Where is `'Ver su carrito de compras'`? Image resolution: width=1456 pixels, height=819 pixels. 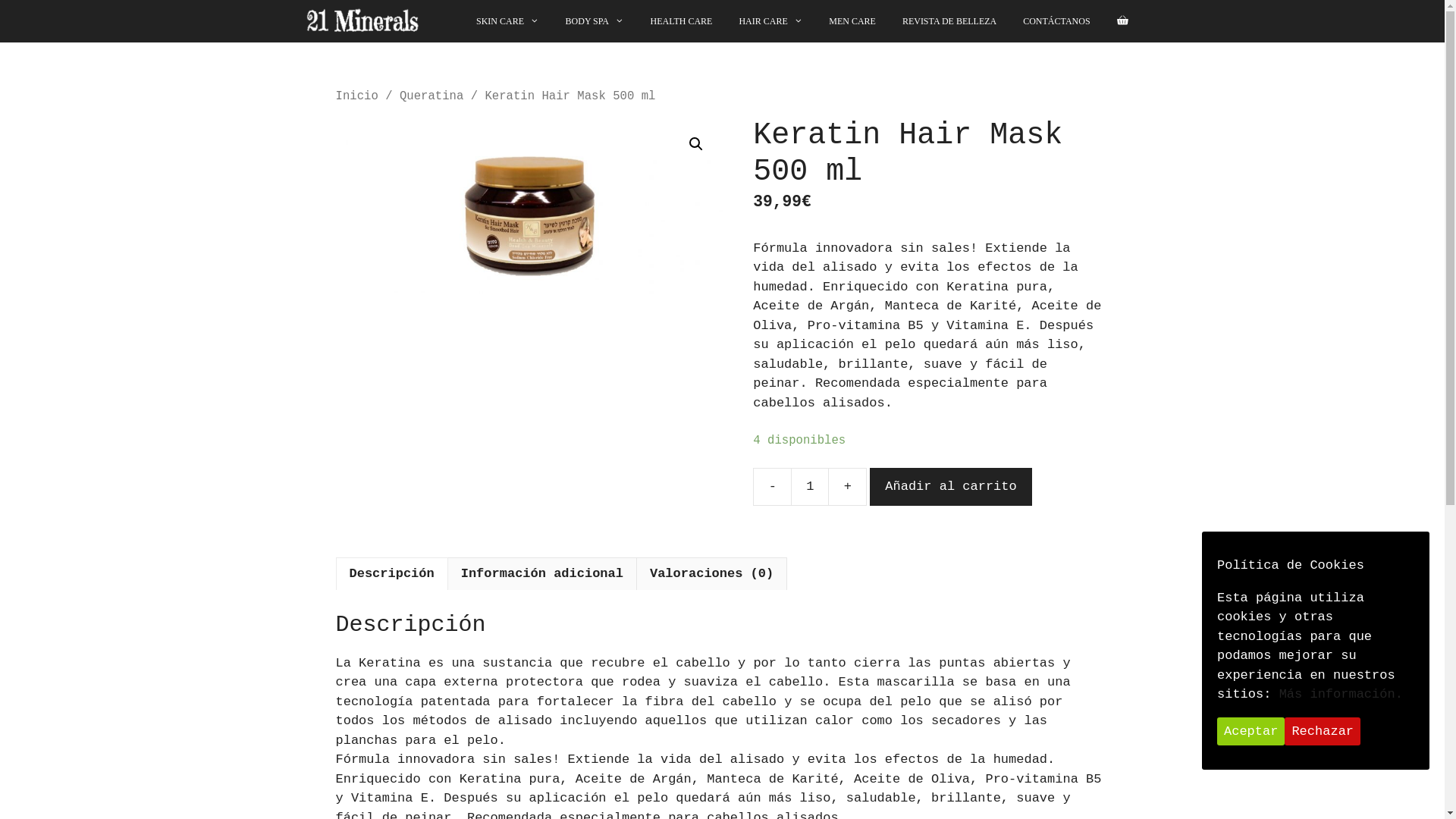 'Ver su carrito de compras' is located at coordinates (1106, 20).